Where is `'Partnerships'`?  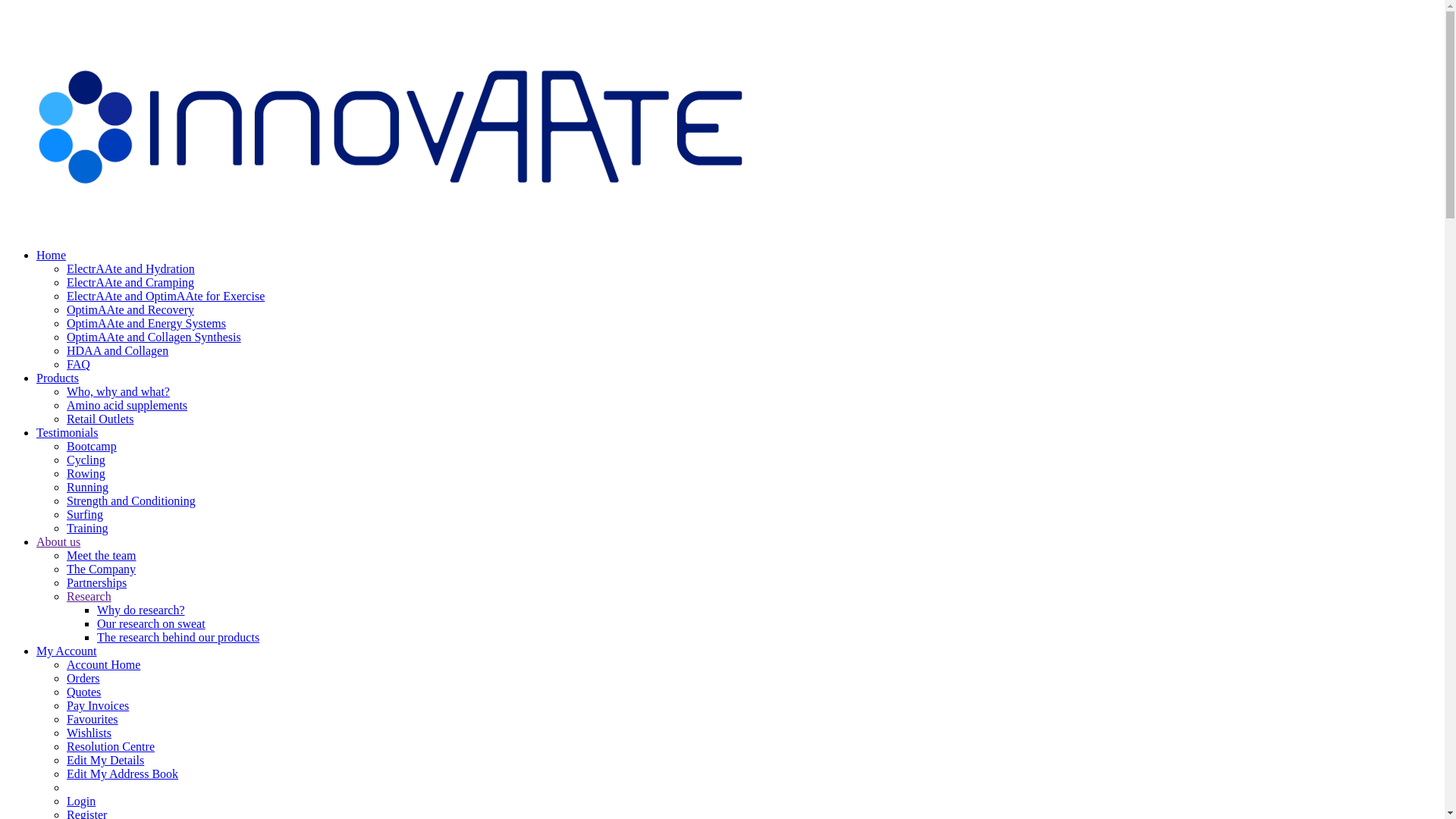
'Partnerships' is located at coordinates (96, 582).